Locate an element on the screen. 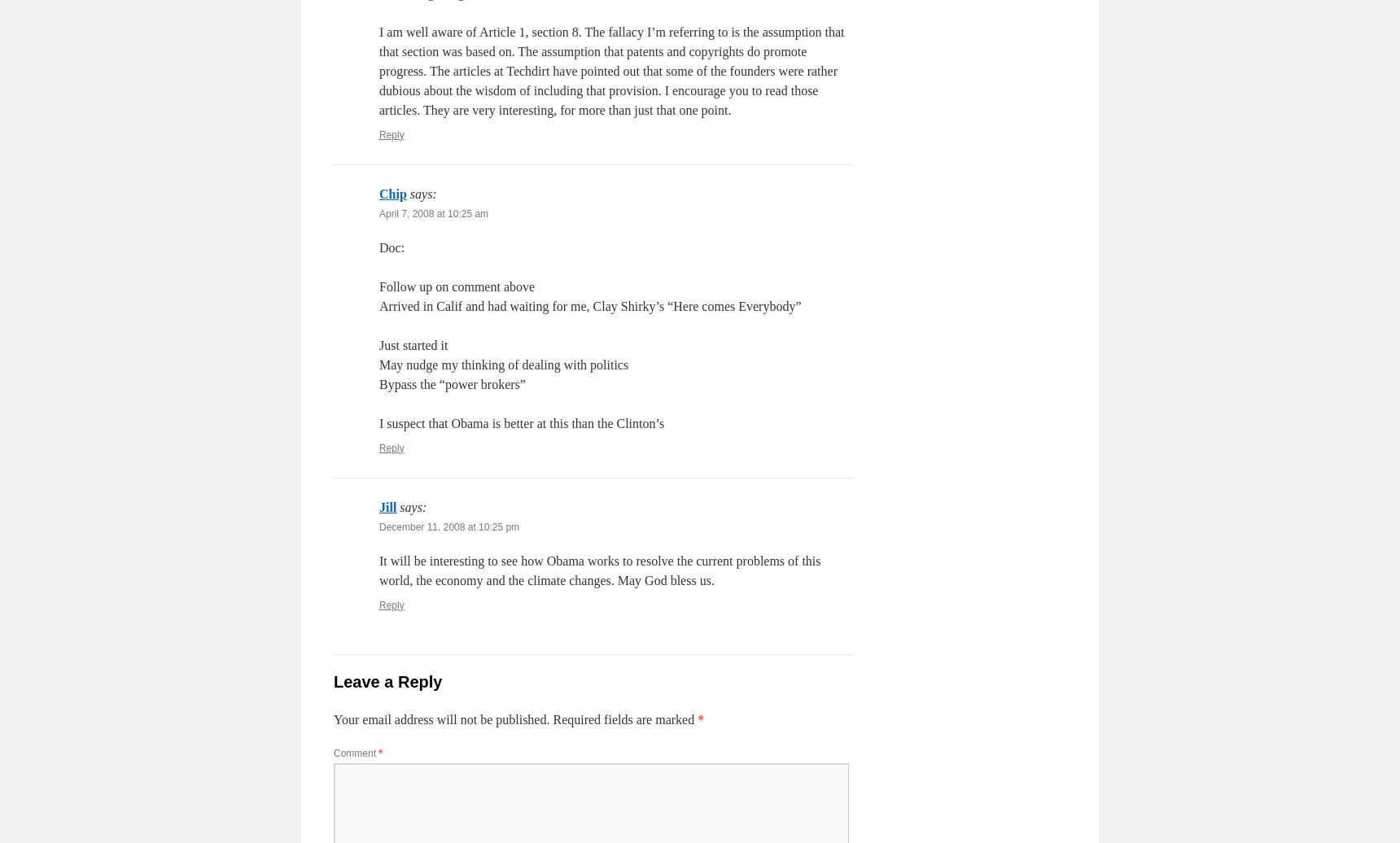 The image size is (1400, 843). 'I am well aware of Article 1, section 8.  The fallacy I’m referring to is the assumption that that section was based on.  The assumption that patents and copyrights do promote progress.  The articles at Techdirt have pointed out that some of the founders were rather dubious about the wisdom of including that provision.  I encourage you to read those articles.  They are very interesting, for more than just that one point.' is located at coordinates (610, 70).